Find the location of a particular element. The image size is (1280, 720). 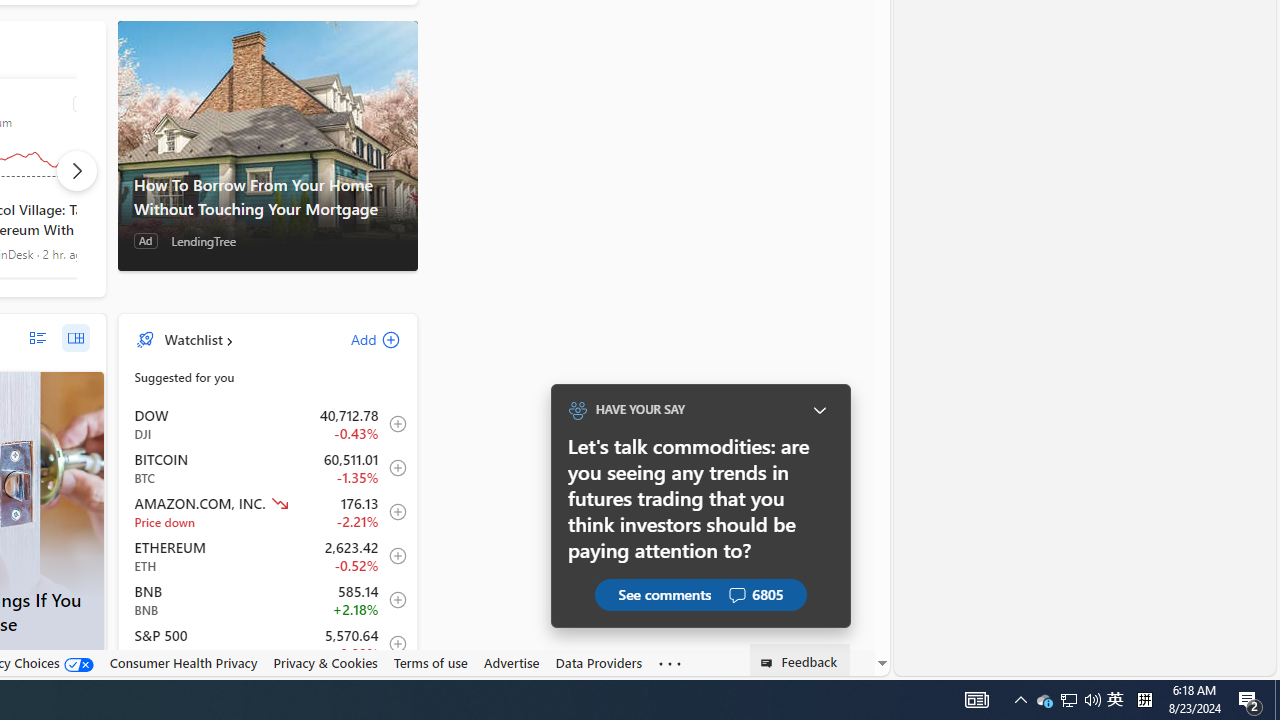

'Advertise' is located at coordinates (511, 662).